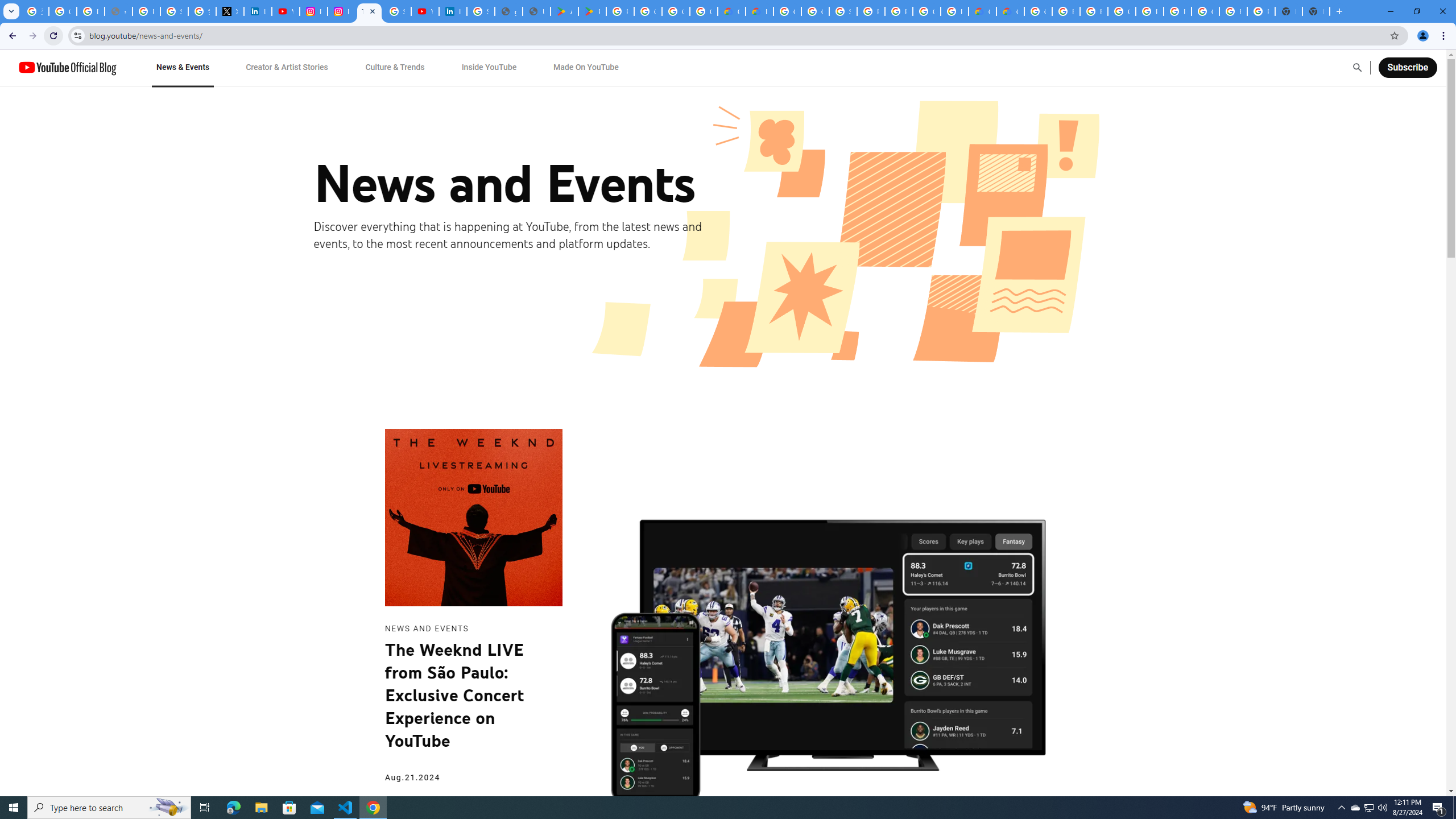  What do you see at coordinates (675, 11) in the screenshot?
I see `'Google Workspace - Specific Terms'` at bounding box center [675, 11].